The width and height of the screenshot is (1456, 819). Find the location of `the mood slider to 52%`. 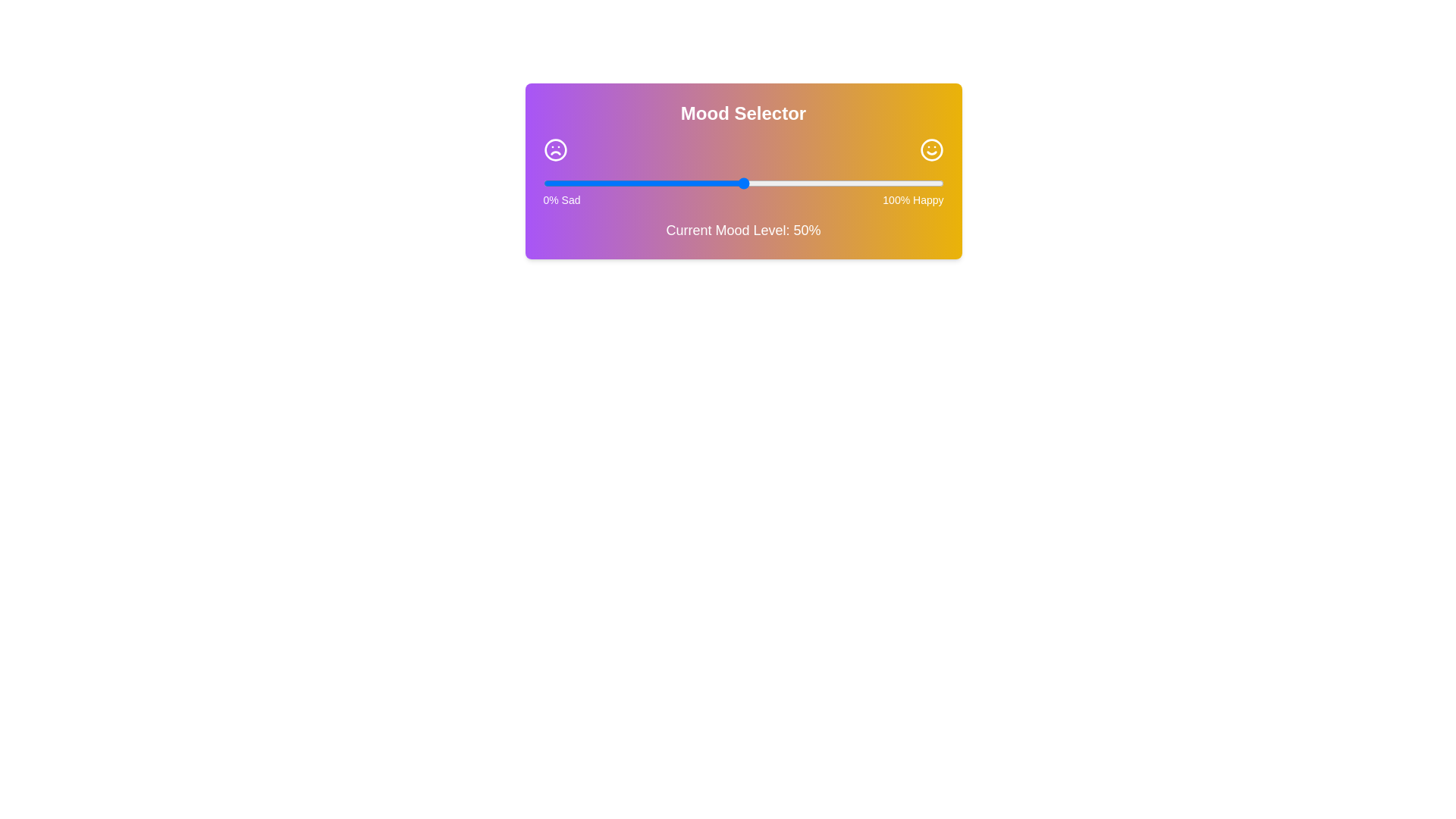

the mood slider to 52% is located at coordinates (752, 183).